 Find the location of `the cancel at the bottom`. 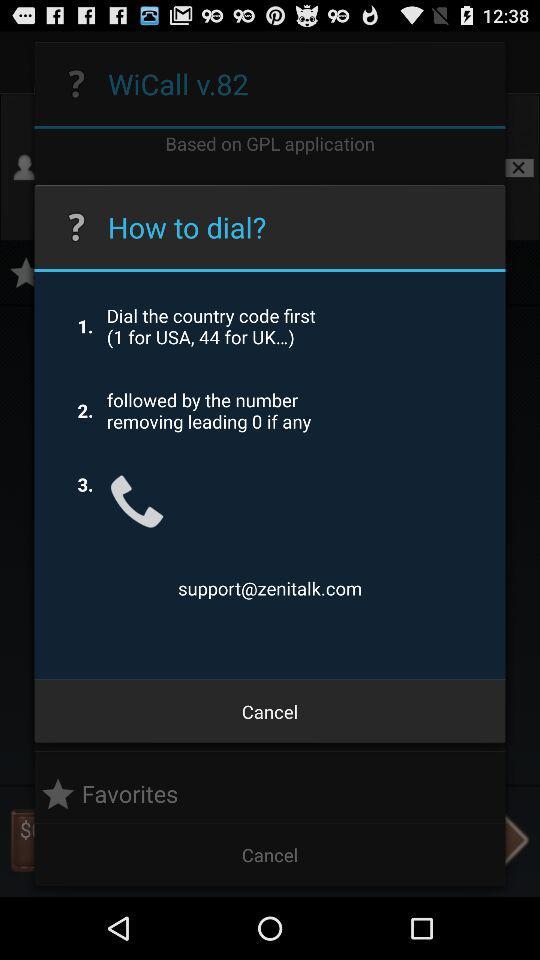

the cancel at the bottom is located at coordinates (270, 711).